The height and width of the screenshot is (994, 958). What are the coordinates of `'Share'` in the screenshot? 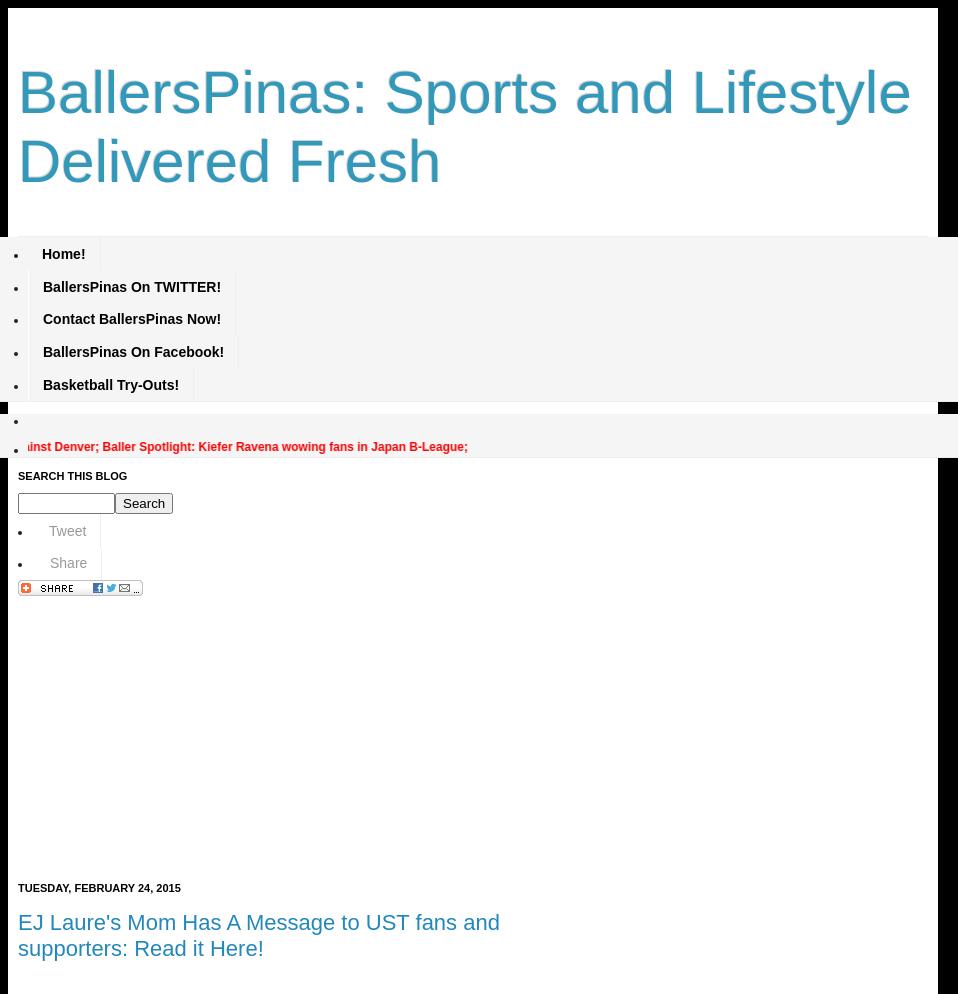 It's located at (67, 562).